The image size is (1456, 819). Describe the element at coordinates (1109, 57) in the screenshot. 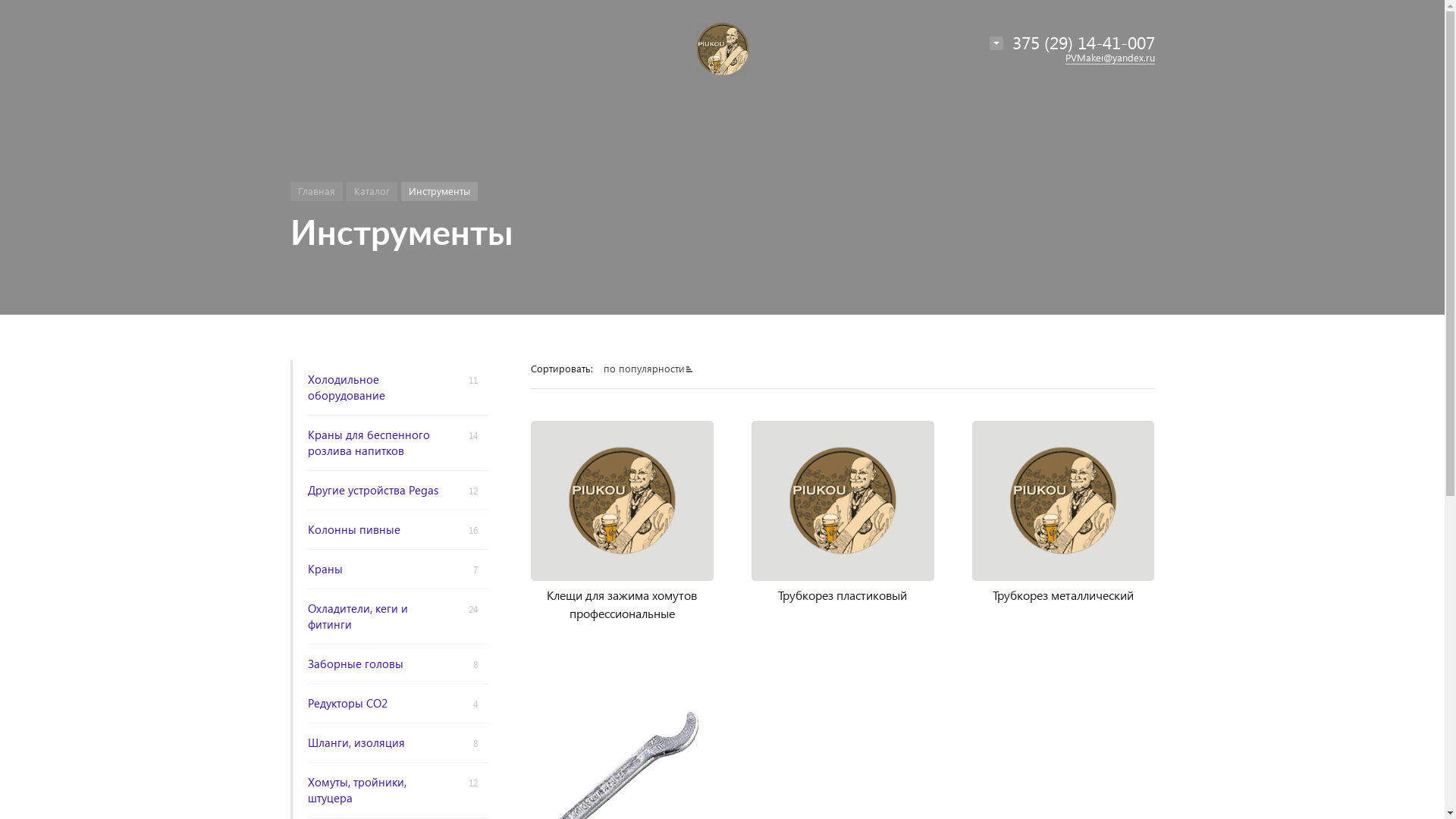

I see `'PVMakei@yandex.ru'` at that location.